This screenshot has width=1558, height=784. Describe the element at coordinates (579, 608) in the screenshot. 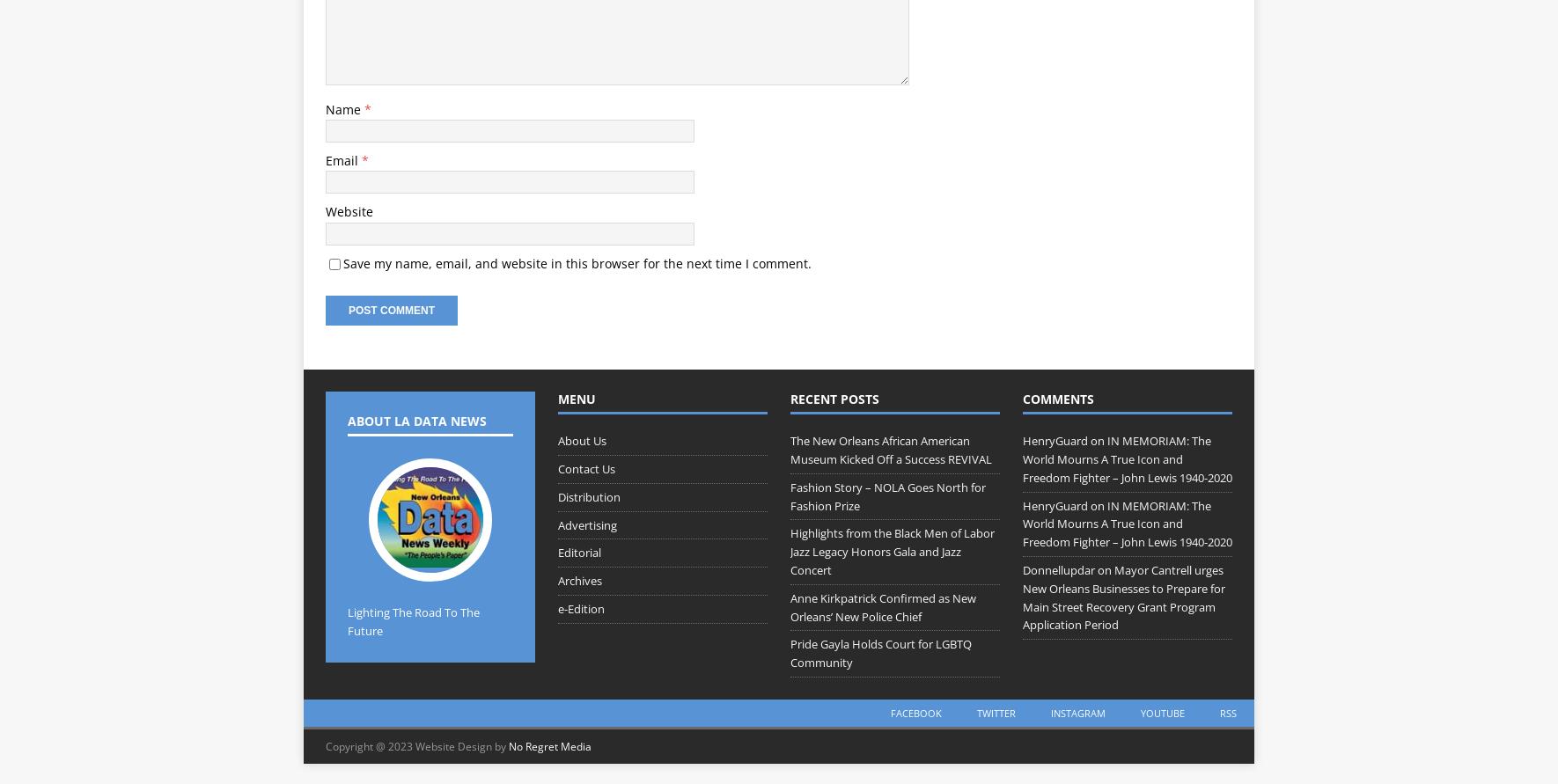

I see `'e-Edition'` at that location.